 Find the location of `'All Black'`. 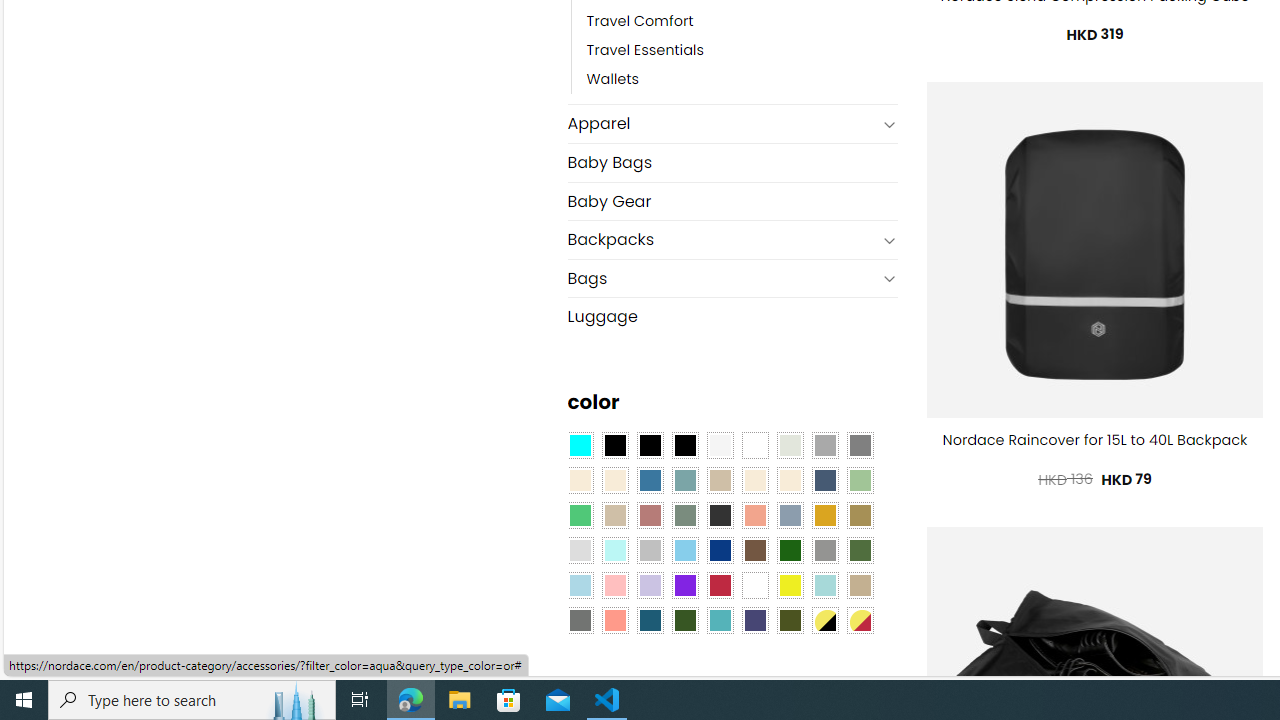

'All Black' is located at coordinates (614, 443).